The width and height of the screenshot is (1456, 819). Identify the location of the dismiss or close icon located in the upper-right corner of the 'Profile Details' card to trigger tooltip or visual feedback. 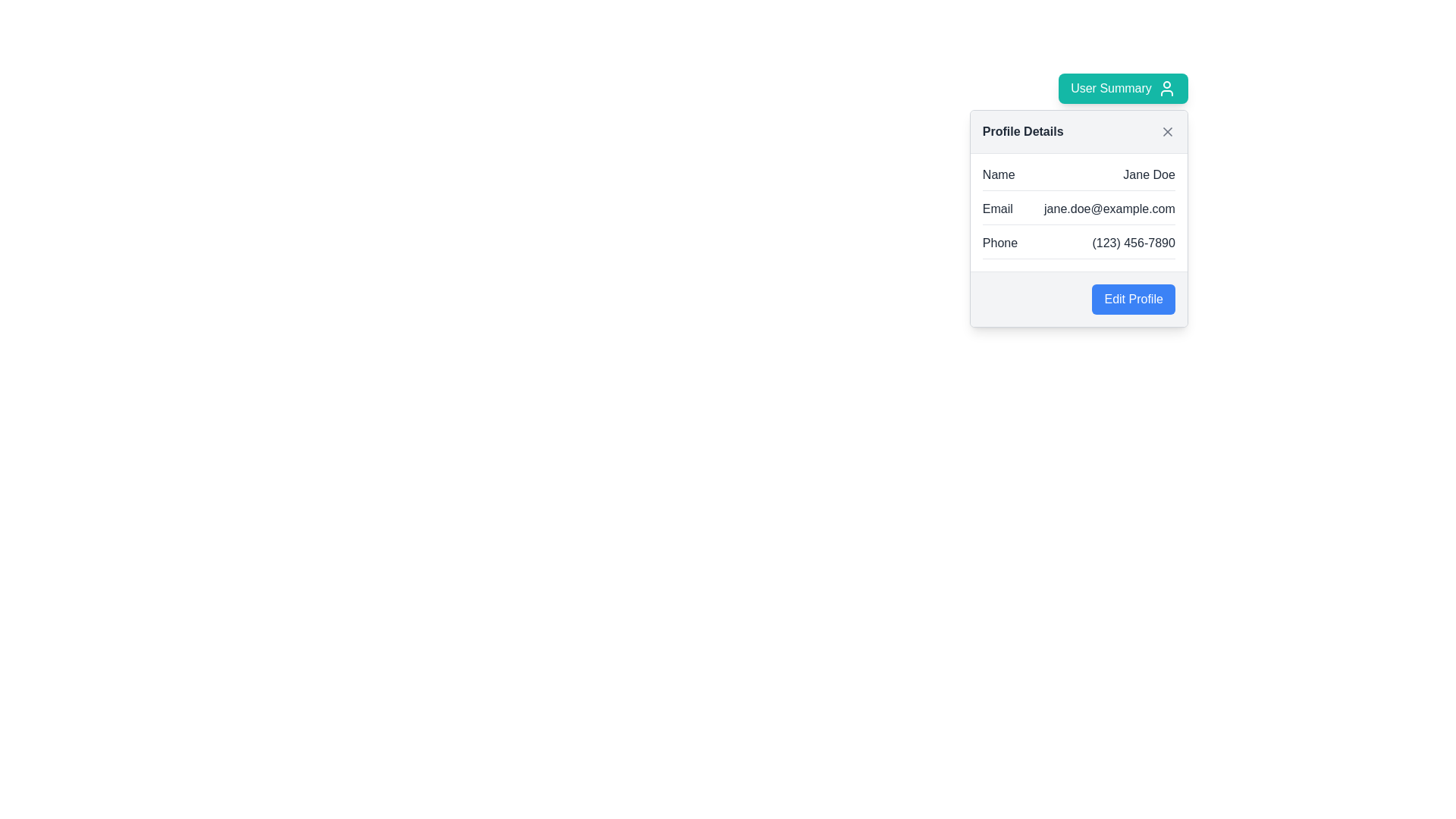
(1166, 130).